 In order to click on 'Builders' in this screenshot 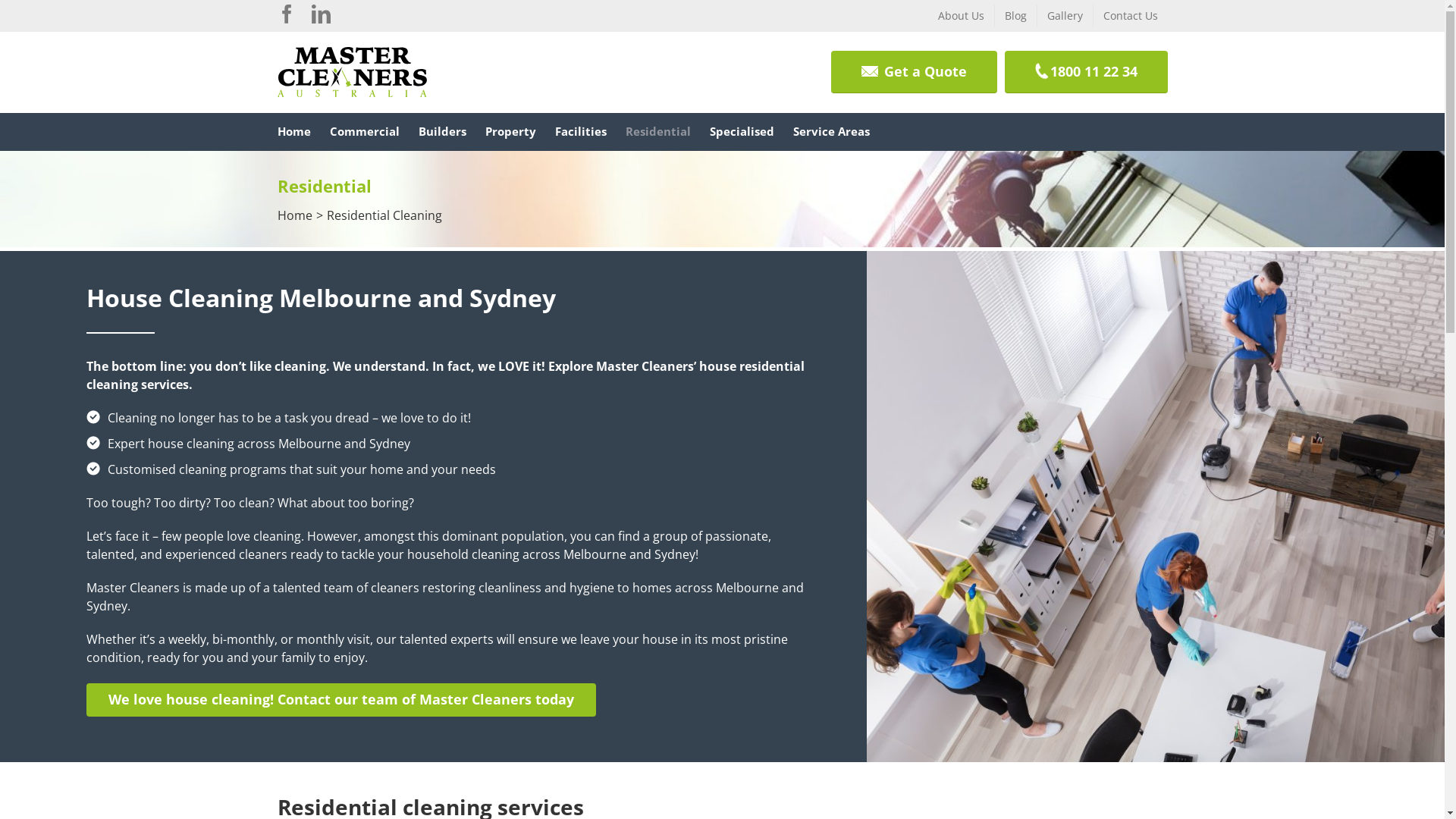, I will do `click(441, 130)`.